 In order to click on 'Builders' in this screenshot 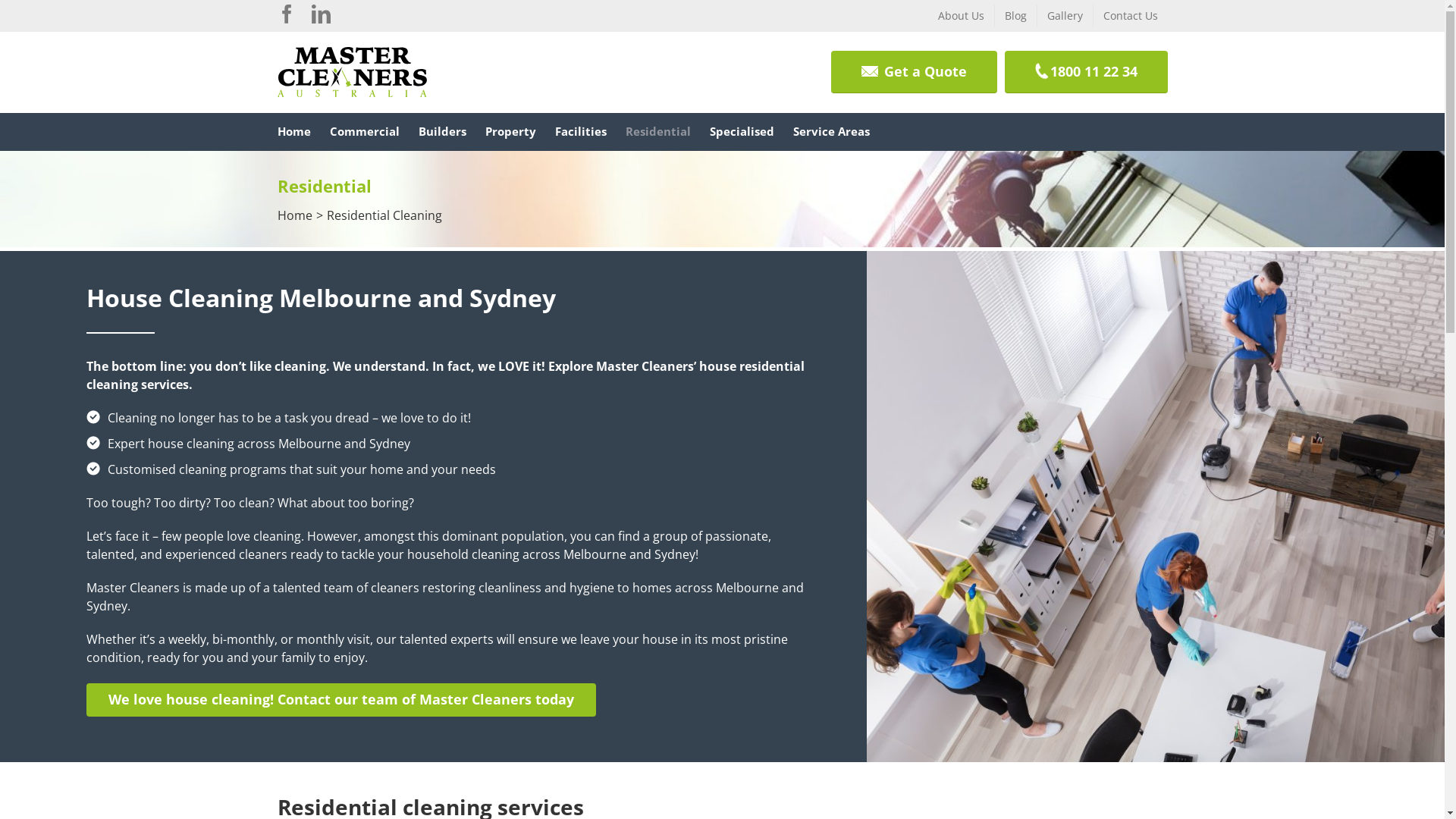, I will do `click(441, 130)`.